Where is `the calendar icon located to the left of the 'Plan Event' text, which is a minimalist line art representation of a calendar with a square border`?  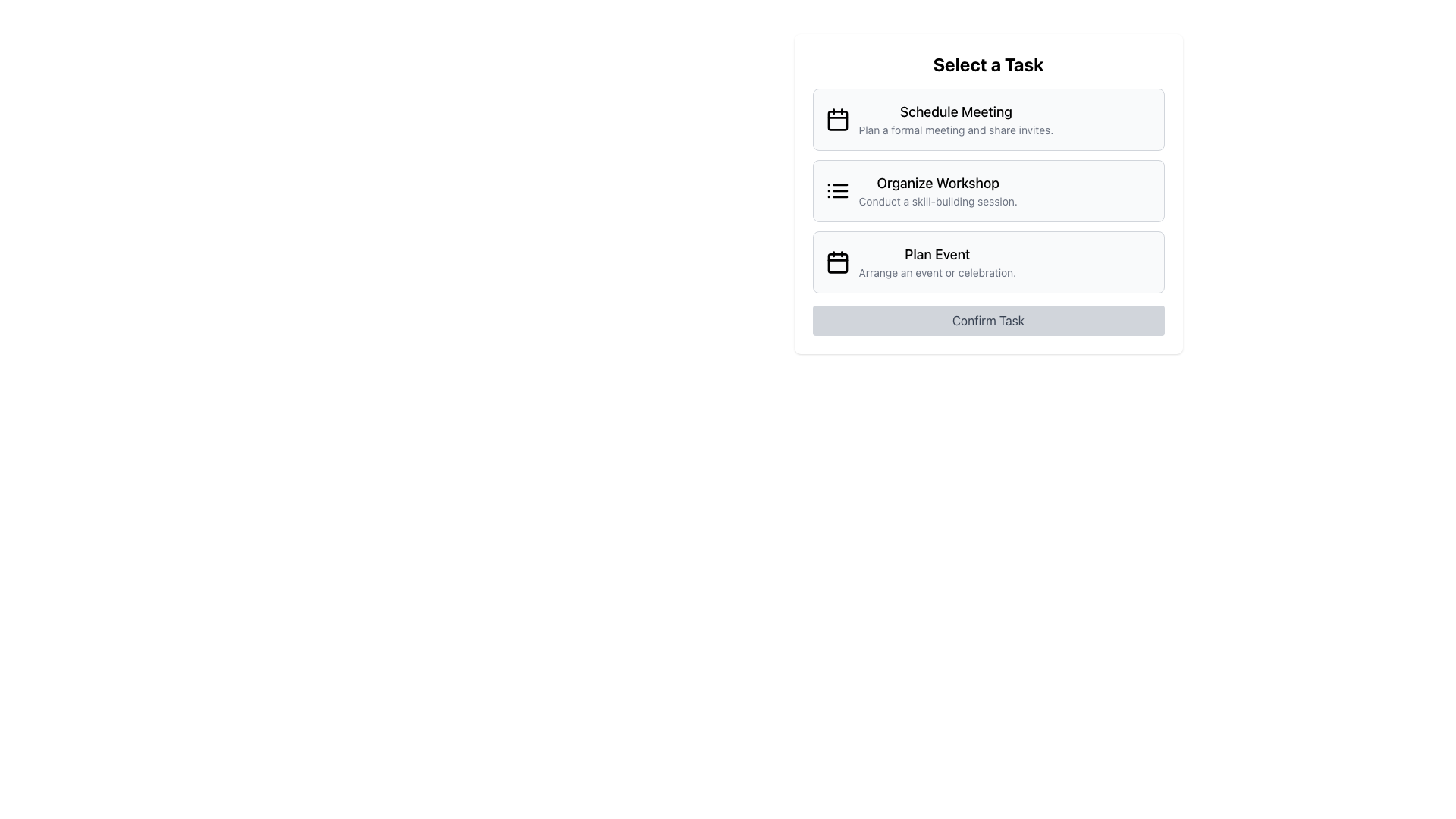 the calendar icon located to the left of the 'Plan Event' text, which is a minimalist line art representation of a calendar with a square border is located at coordinates (836, 262).